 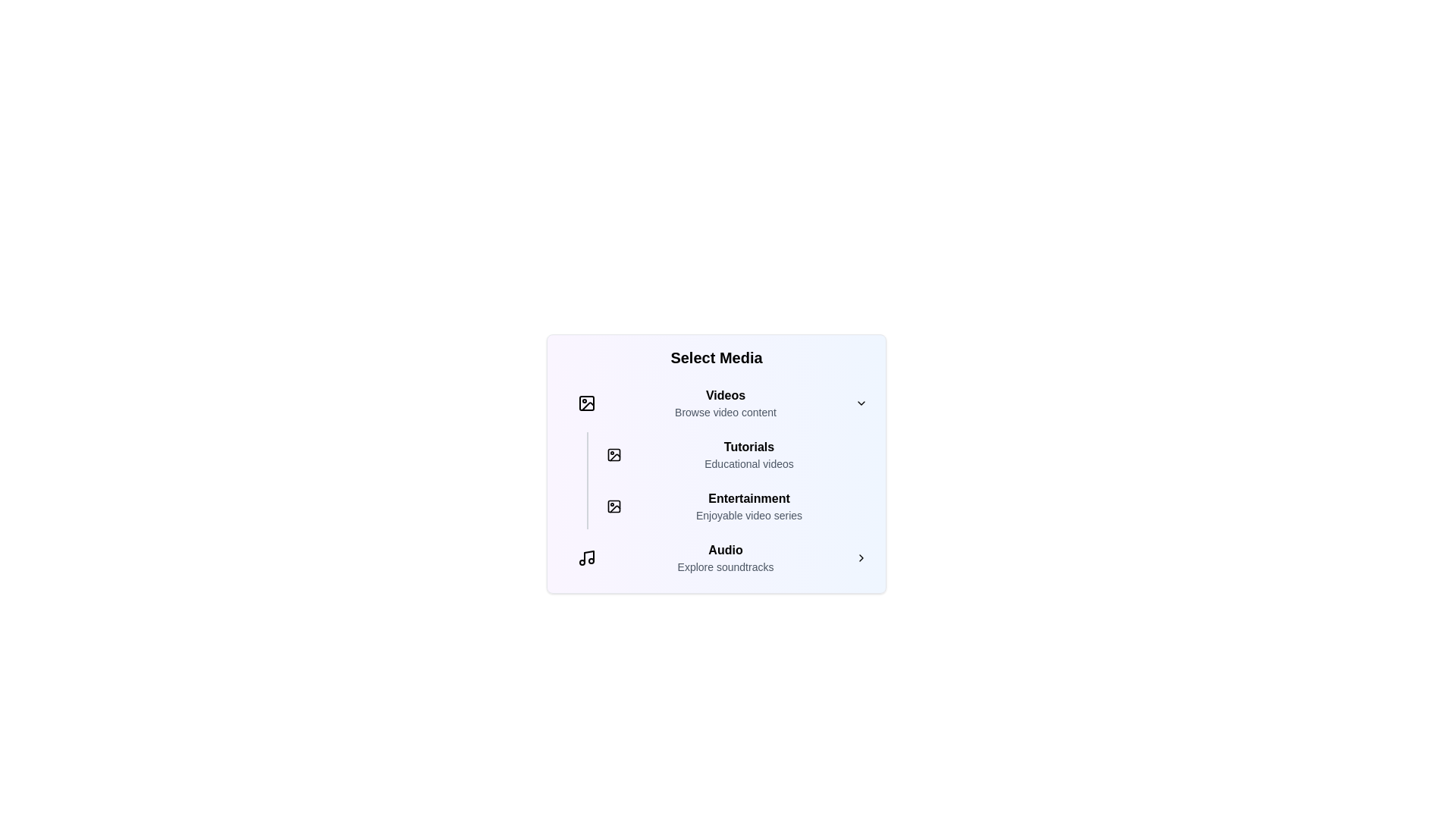 What do you see at coordinates (736, 454) in the screenshot?
I see `the second list item labeled 'Tutorials' in the vertical list` at bounding box center [736, 454].